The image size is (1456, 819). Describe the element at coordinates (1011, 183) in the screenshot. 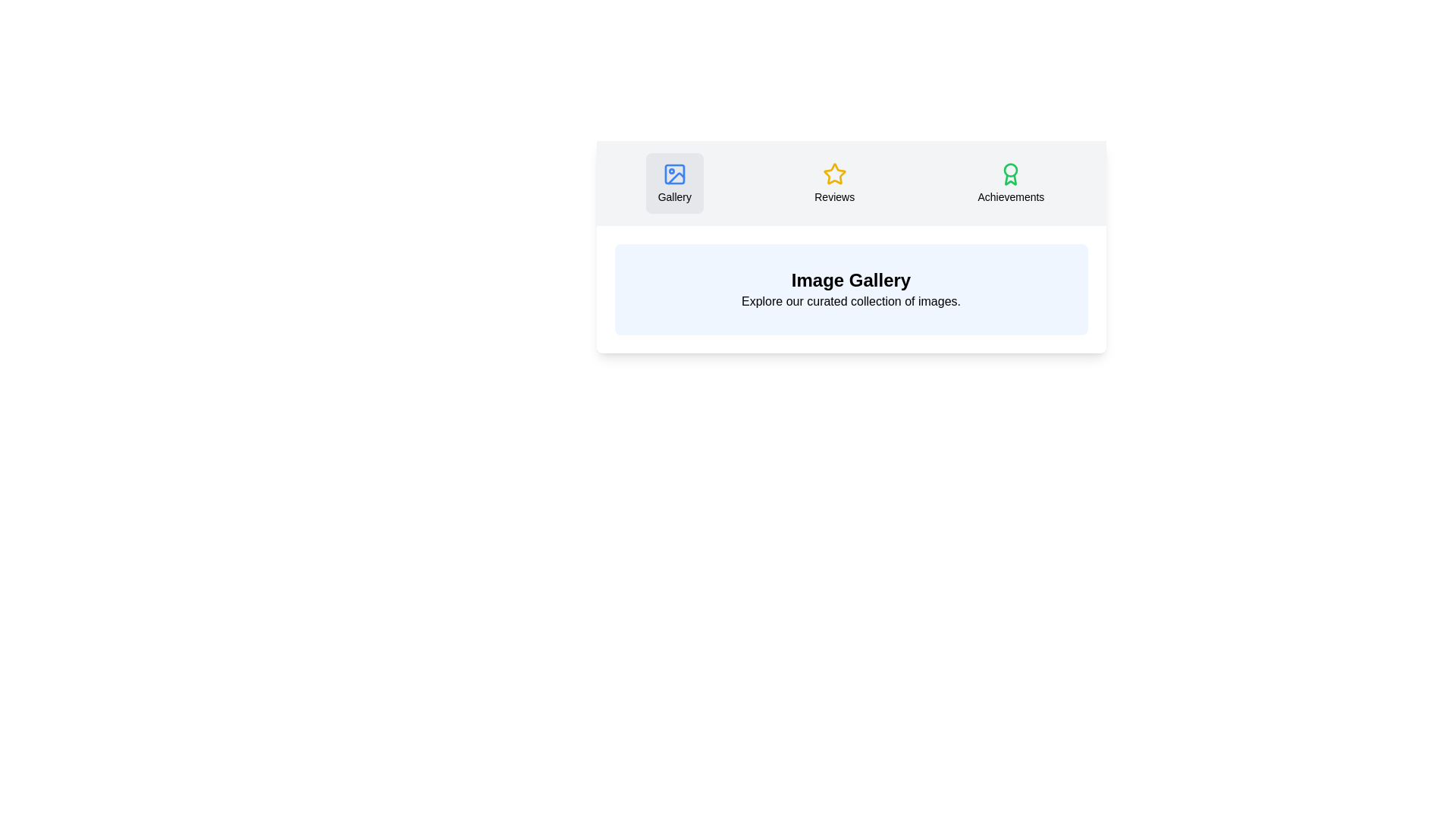

I see `the Achievements tab by clicking on its button` at that location.